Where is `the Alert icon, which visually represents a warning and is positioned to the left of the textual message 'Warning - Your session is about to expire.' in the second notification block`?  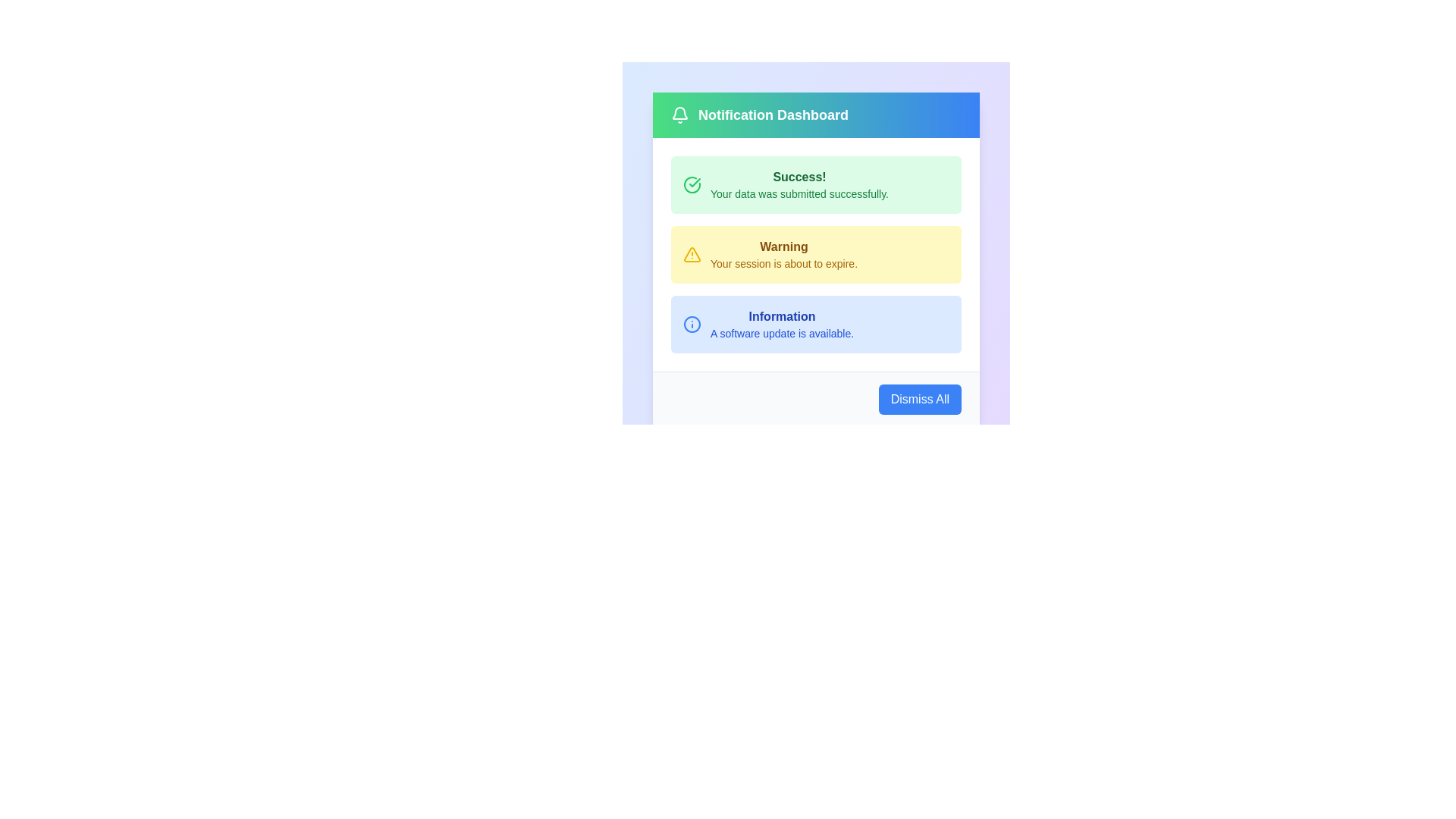
the Alert icon, which visually represents a warning and is positioned to the left of the textual message 'Warning - Your session is about to expire.' in the second notification block is located at coordinates (691, 253).